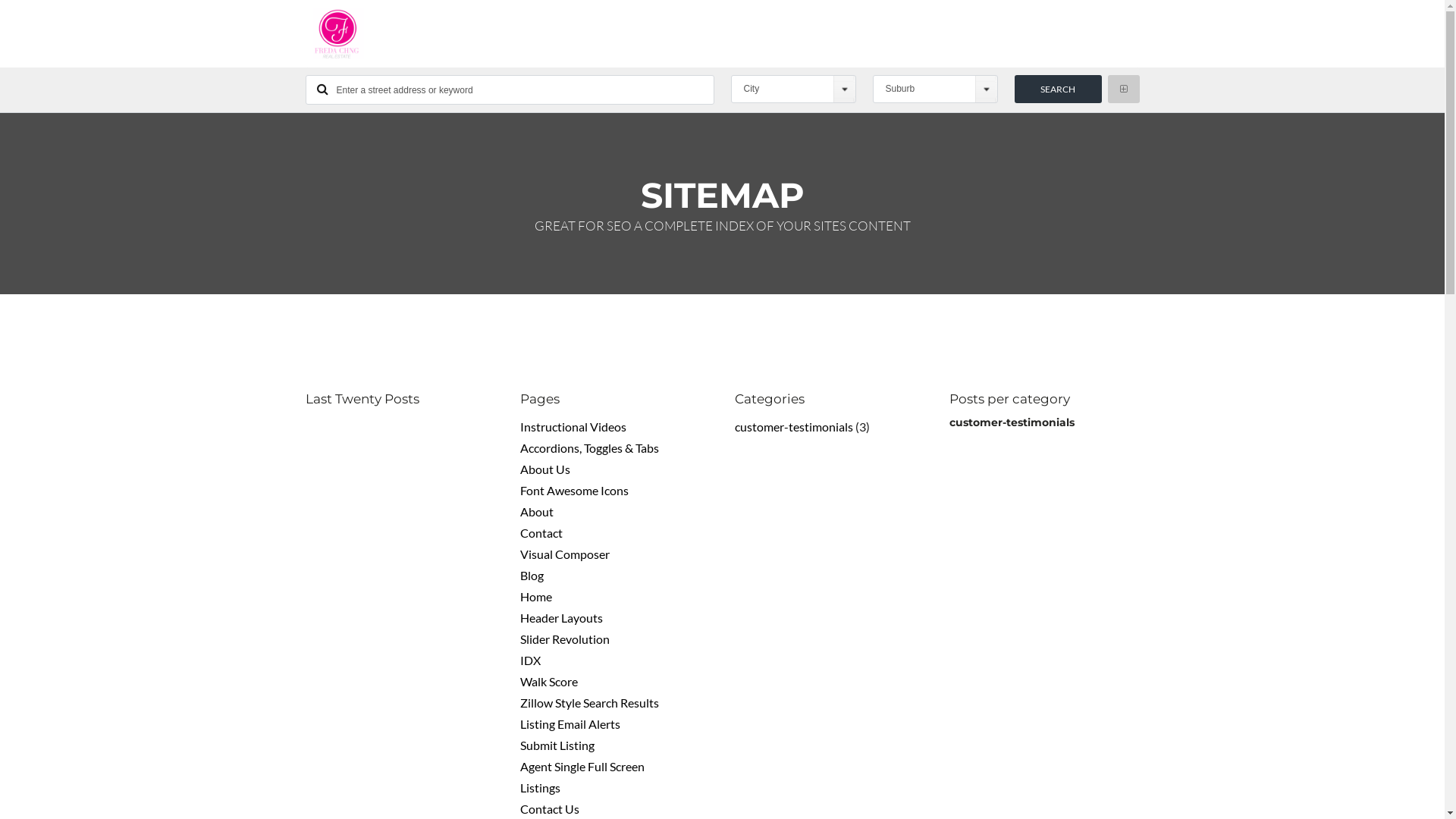 The height and width of the screenshot is (819, 1456). I want to click on 'Blog', so click(520, 575).